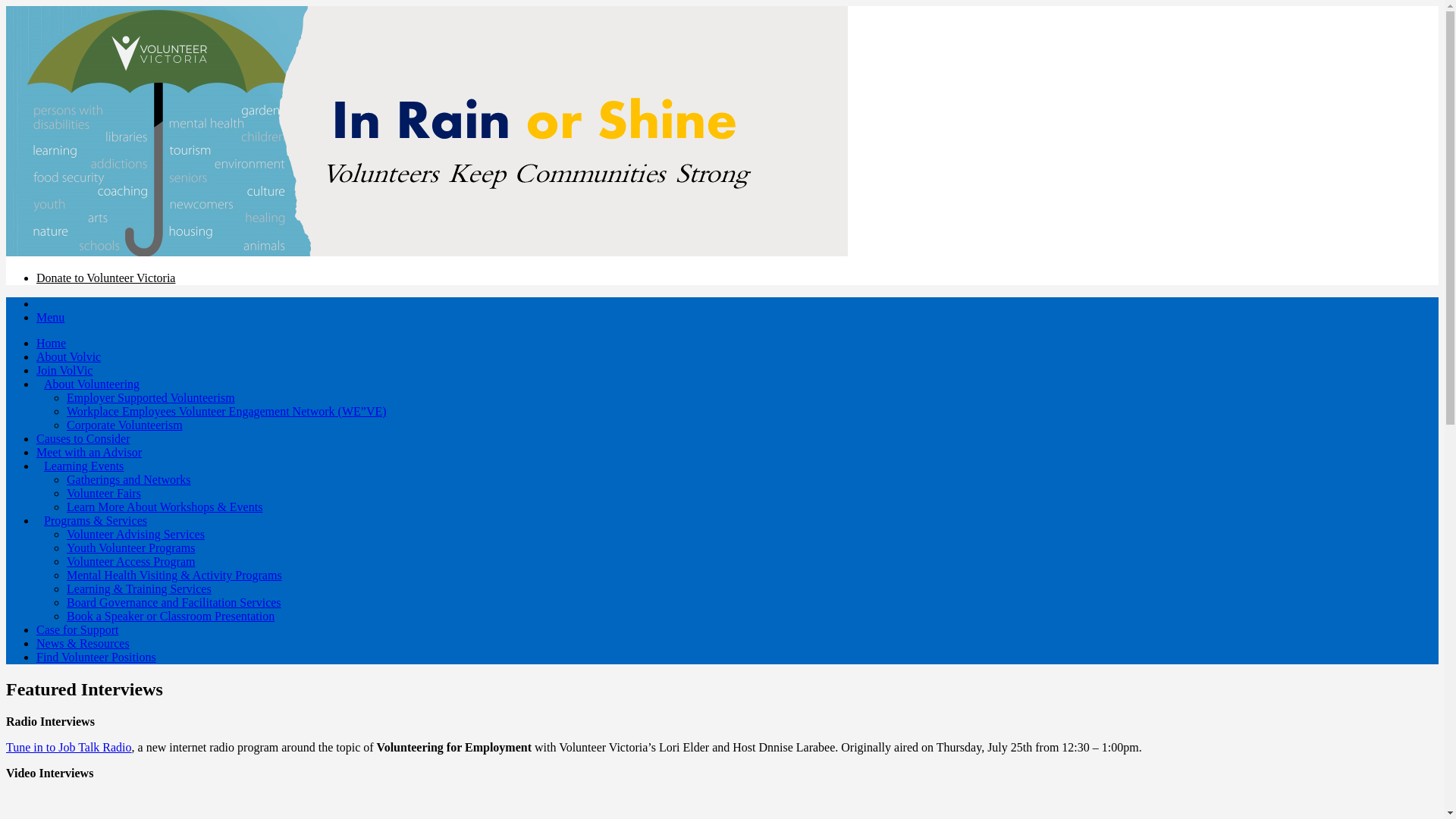 Image resolution: width=1456 pixels, height=819 pixels. What do you see at coordinates (90, 383) in the screenshot?
I see `'About Volunteering'` at bounding box center [90, 383].